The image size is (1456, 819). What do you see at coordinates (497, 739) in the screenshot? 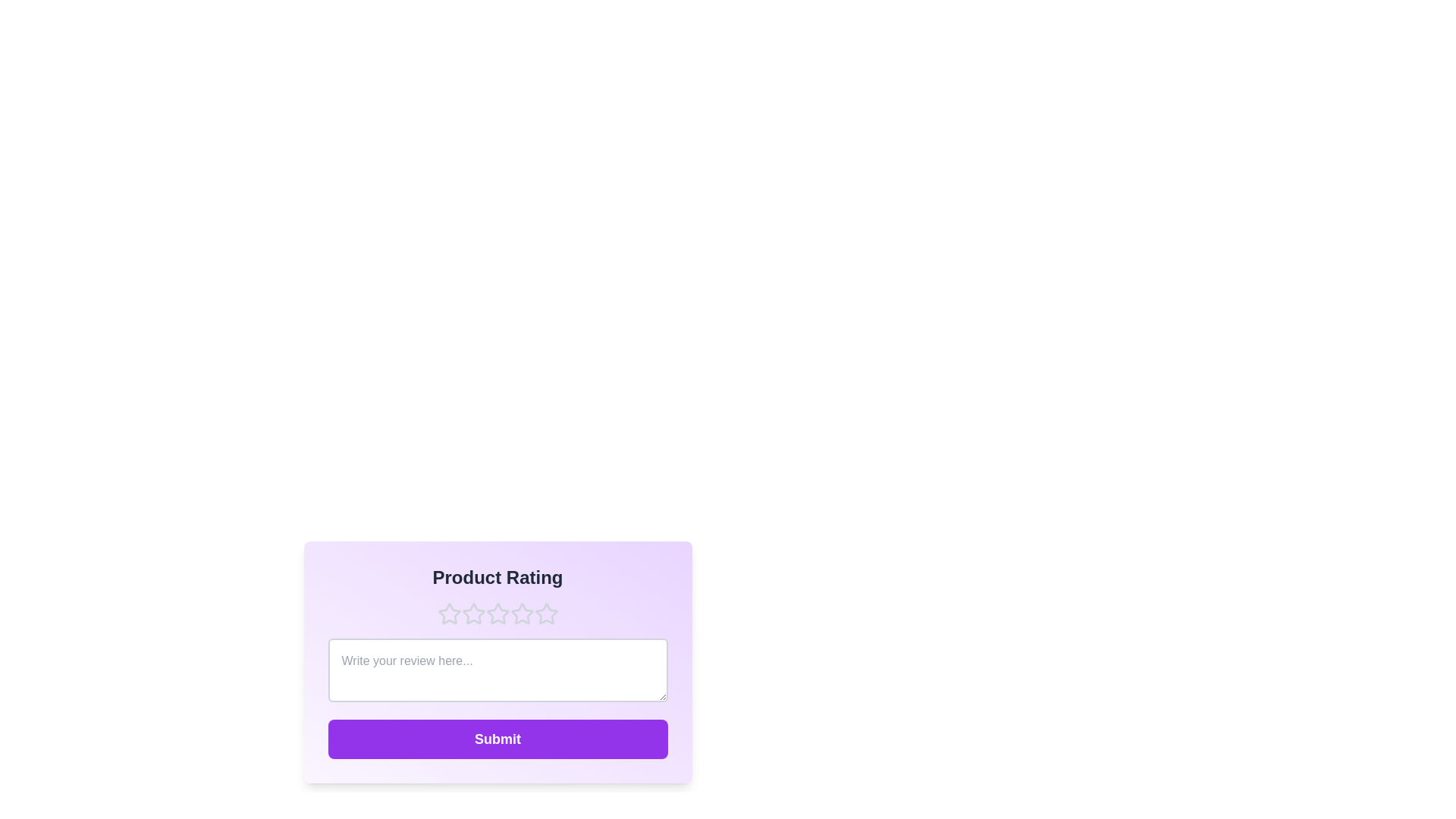
I see `the submit button to submit the review` at bounding box center [497, 739].